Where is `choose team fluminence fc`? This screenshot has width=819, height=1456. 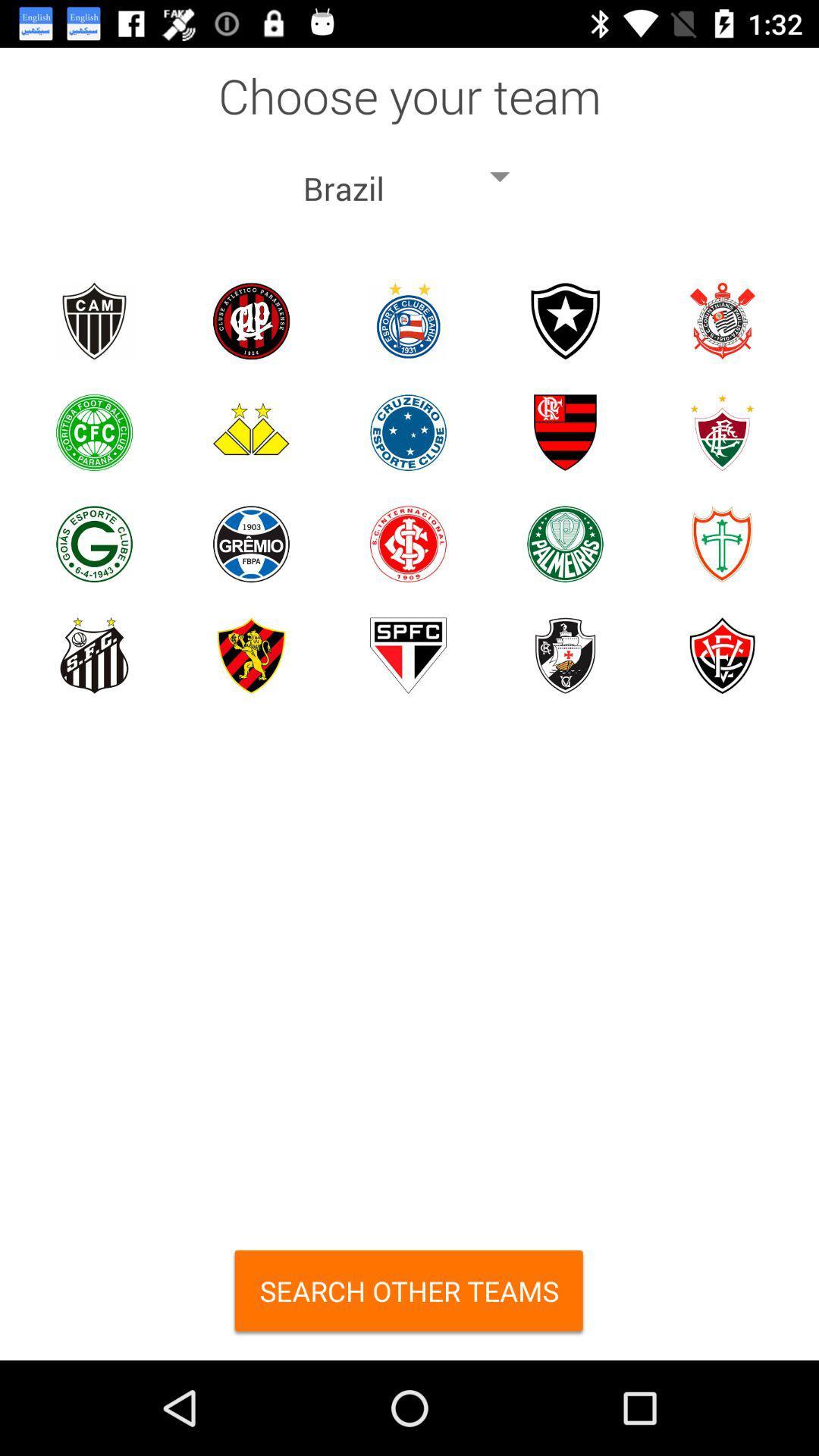
choose team fluminence fc is located at coordinates (721, 431).